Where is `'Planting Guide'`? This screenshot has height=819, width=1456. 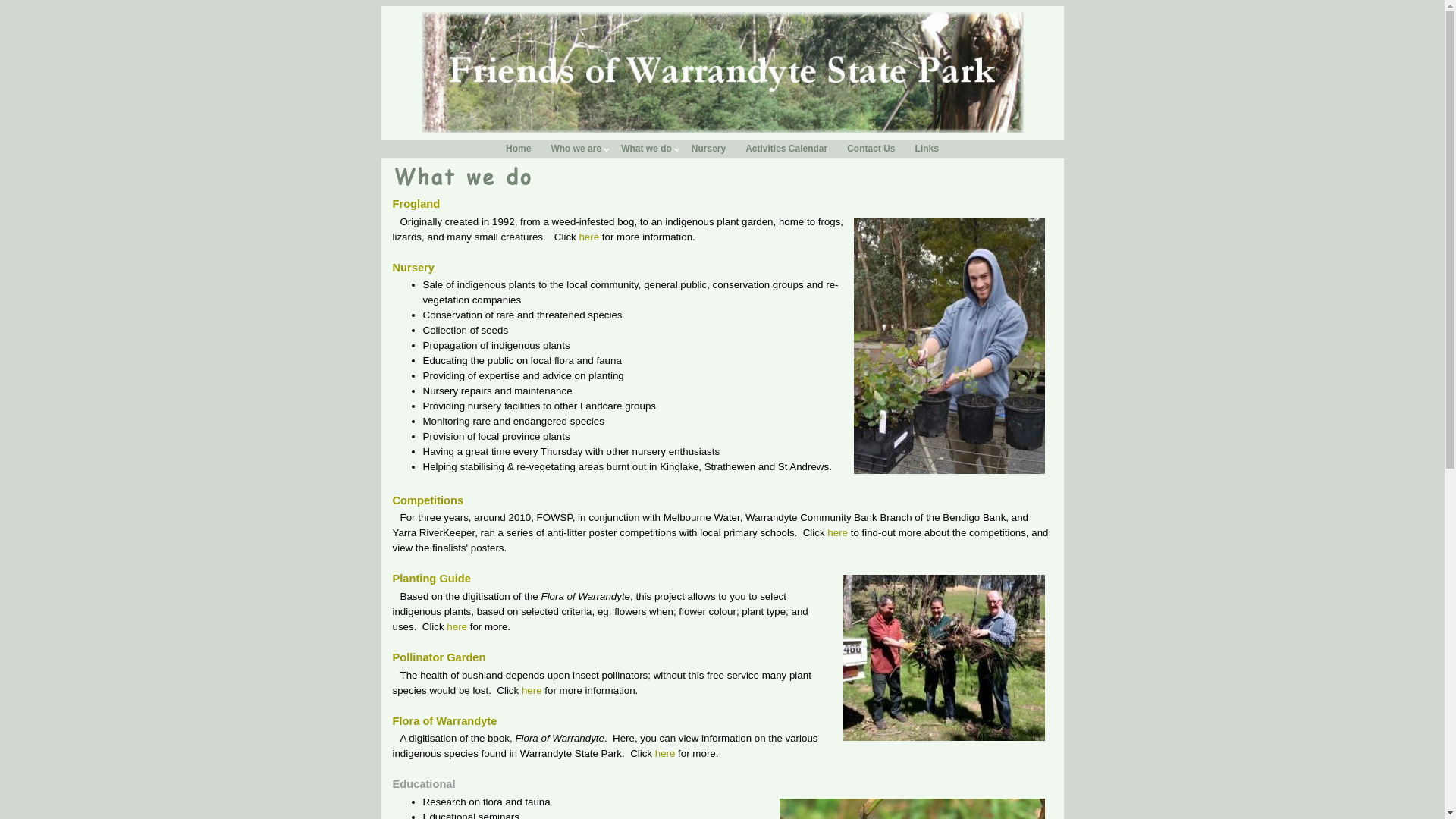 'Planting Guide' is located at coordinates (431, 579).